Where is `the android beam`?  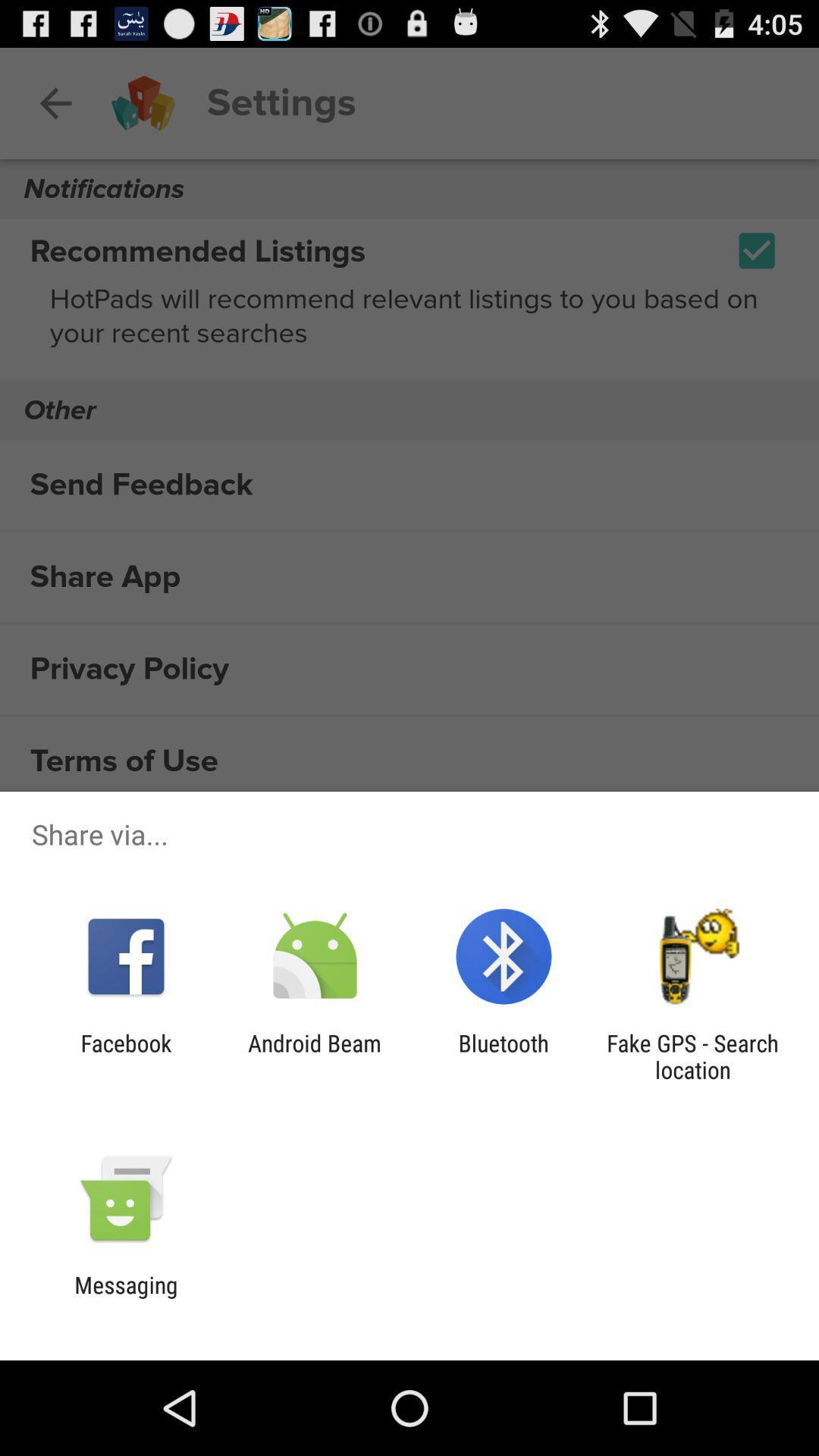
the android beam is located at coordinates (314, 1056).